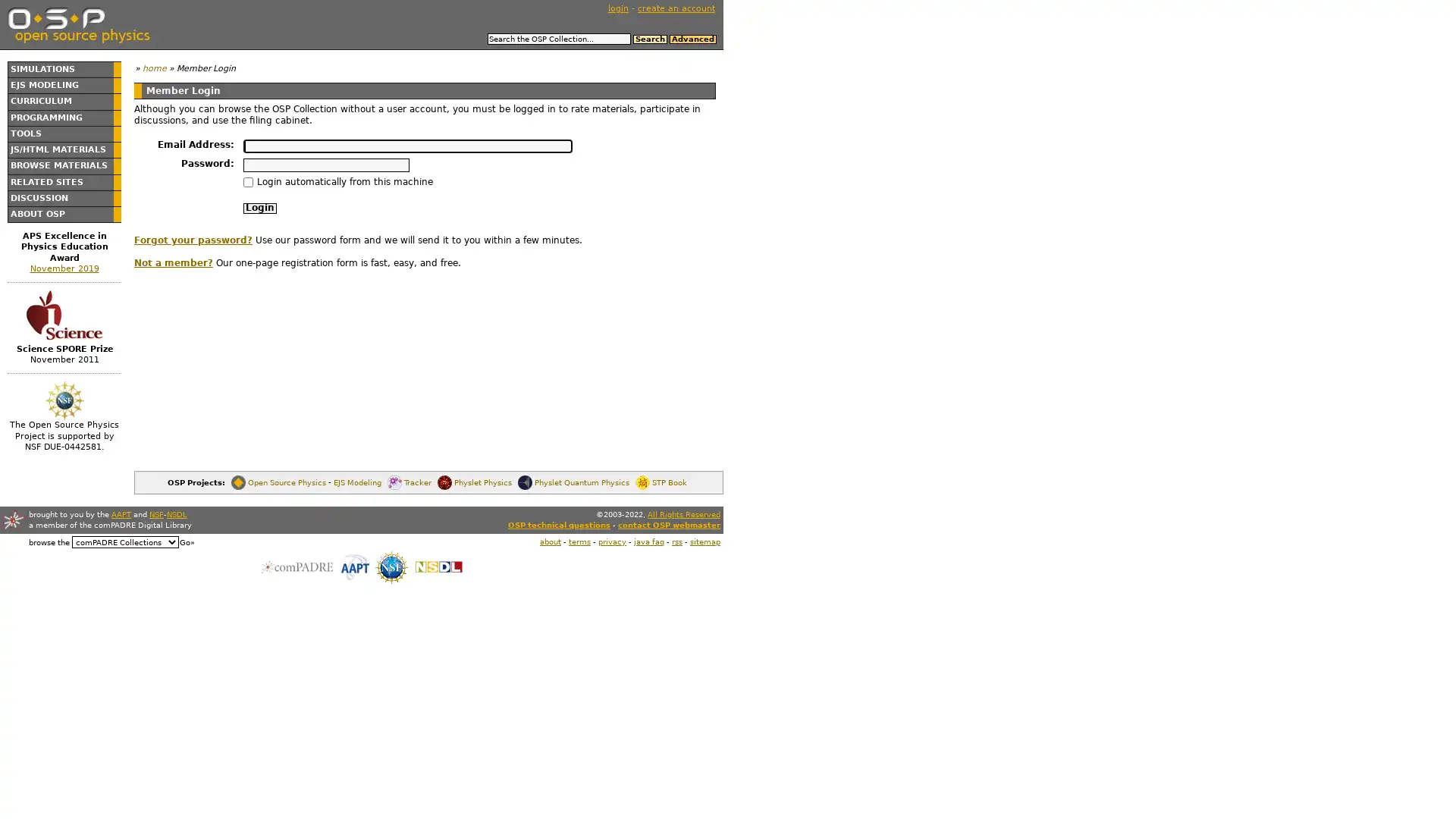 The image size is (1456, 819). Describe the element at coordinates (691, 38) in the screenshot. I see `Advanced` at that location.